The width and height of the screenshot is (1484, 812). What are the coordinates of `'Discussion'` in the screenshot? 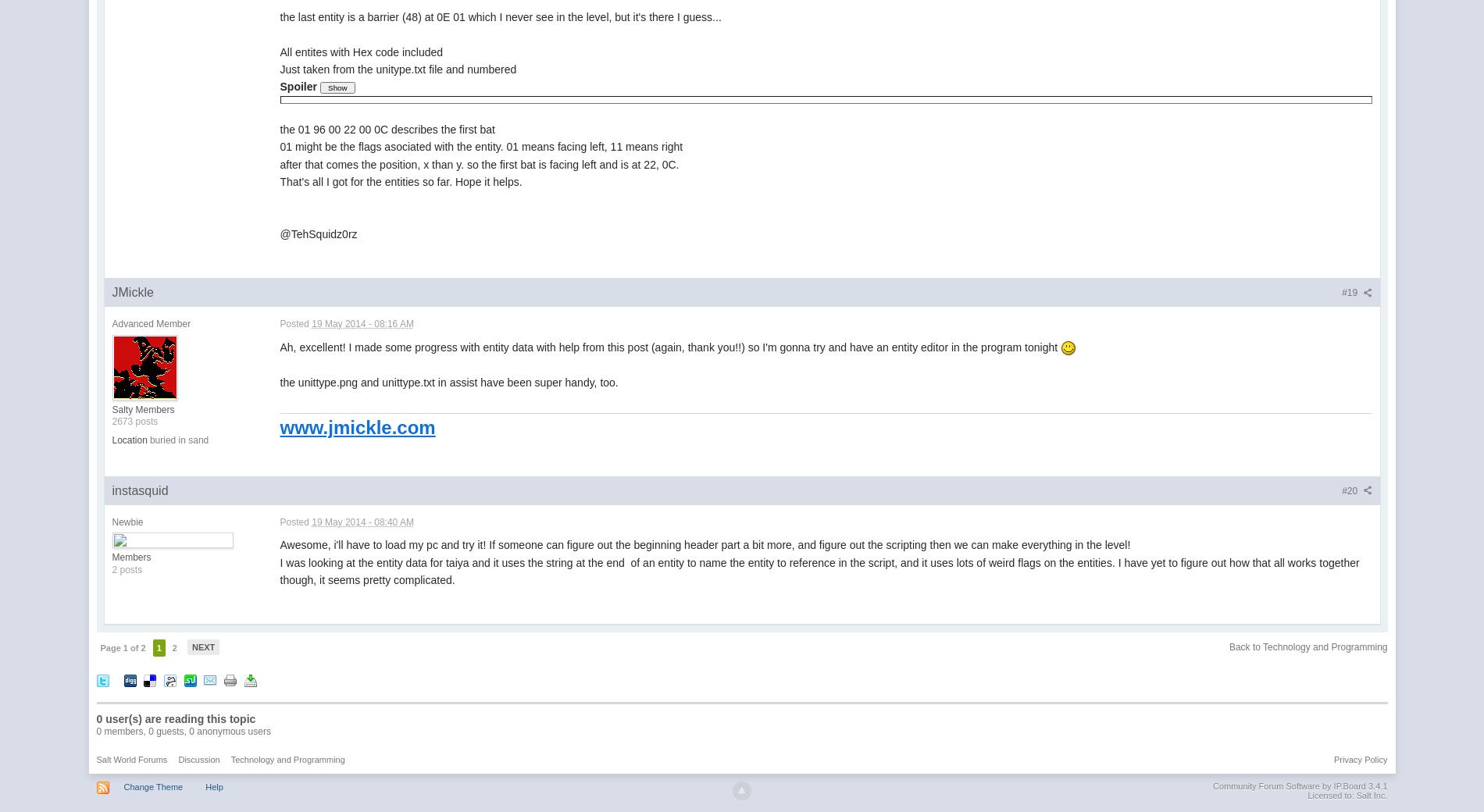 It's located at (198, 758).